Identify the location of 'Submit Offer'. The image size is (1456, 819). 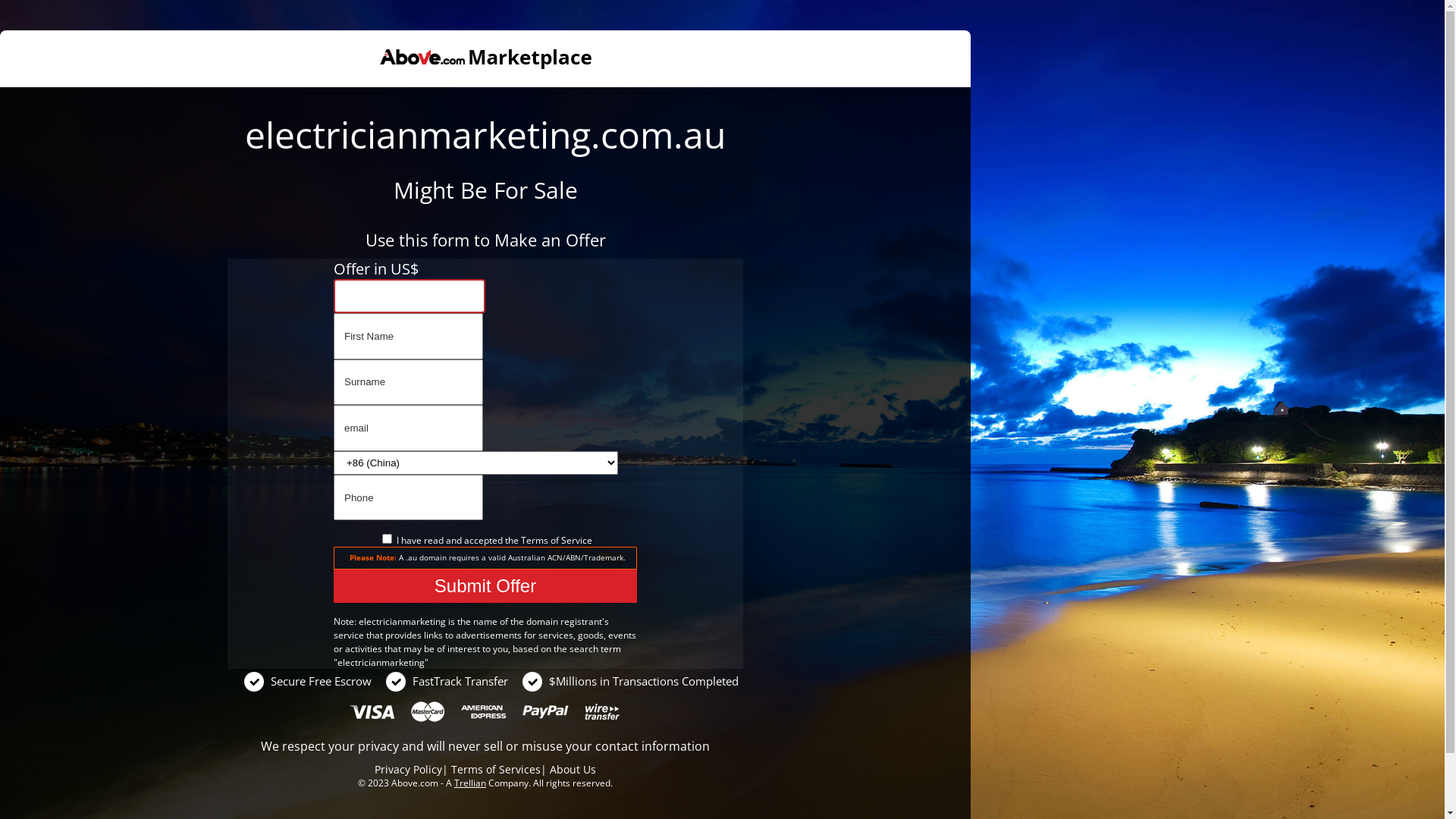
(484, 585).